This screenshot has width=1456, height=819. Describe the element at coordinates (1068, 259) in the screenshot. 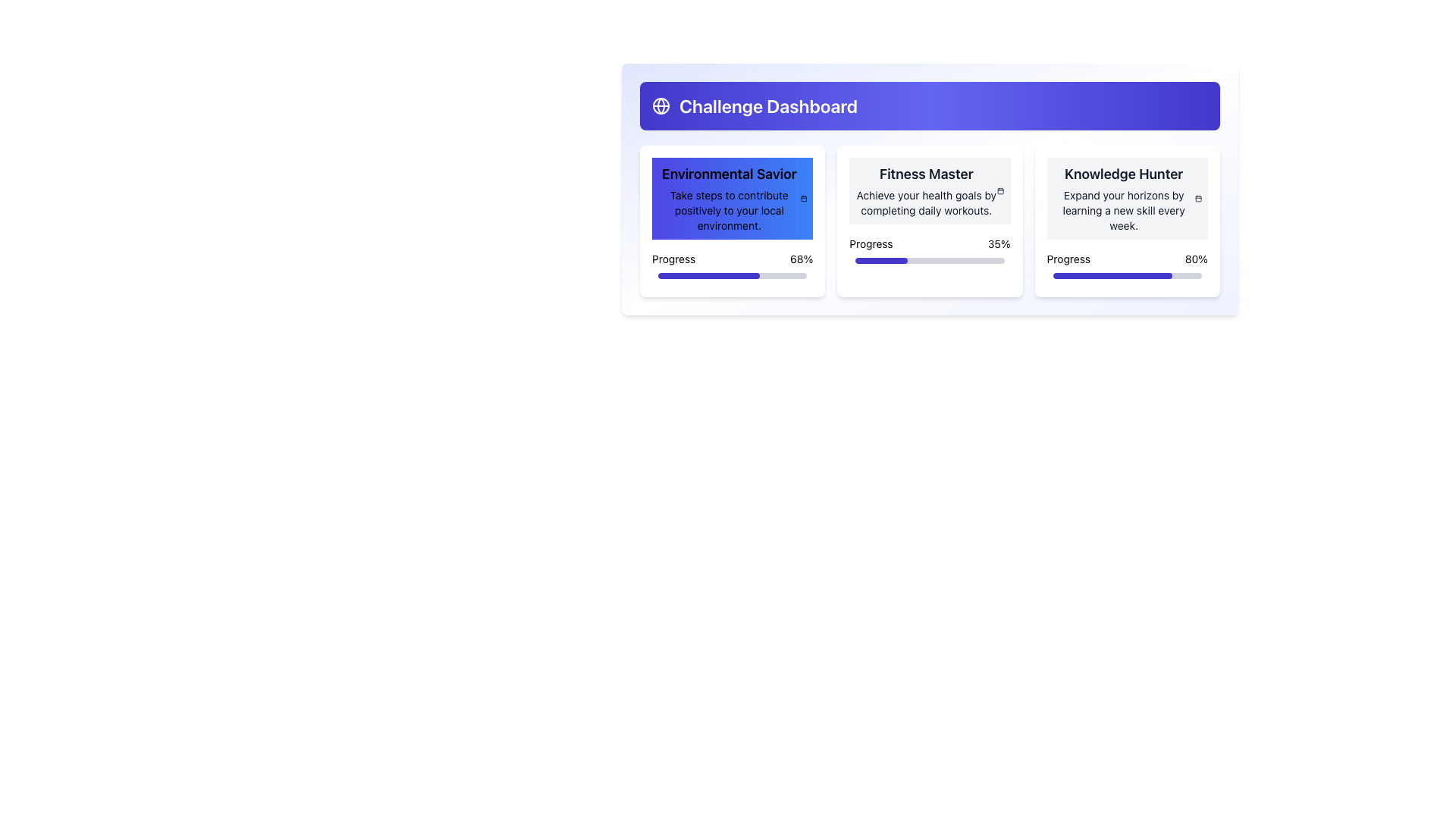

I see `the static text label that describes the progress information, located in the bottom section of the rightmost card, to the left of the percentage '80%' and above the progress bar` at that location.